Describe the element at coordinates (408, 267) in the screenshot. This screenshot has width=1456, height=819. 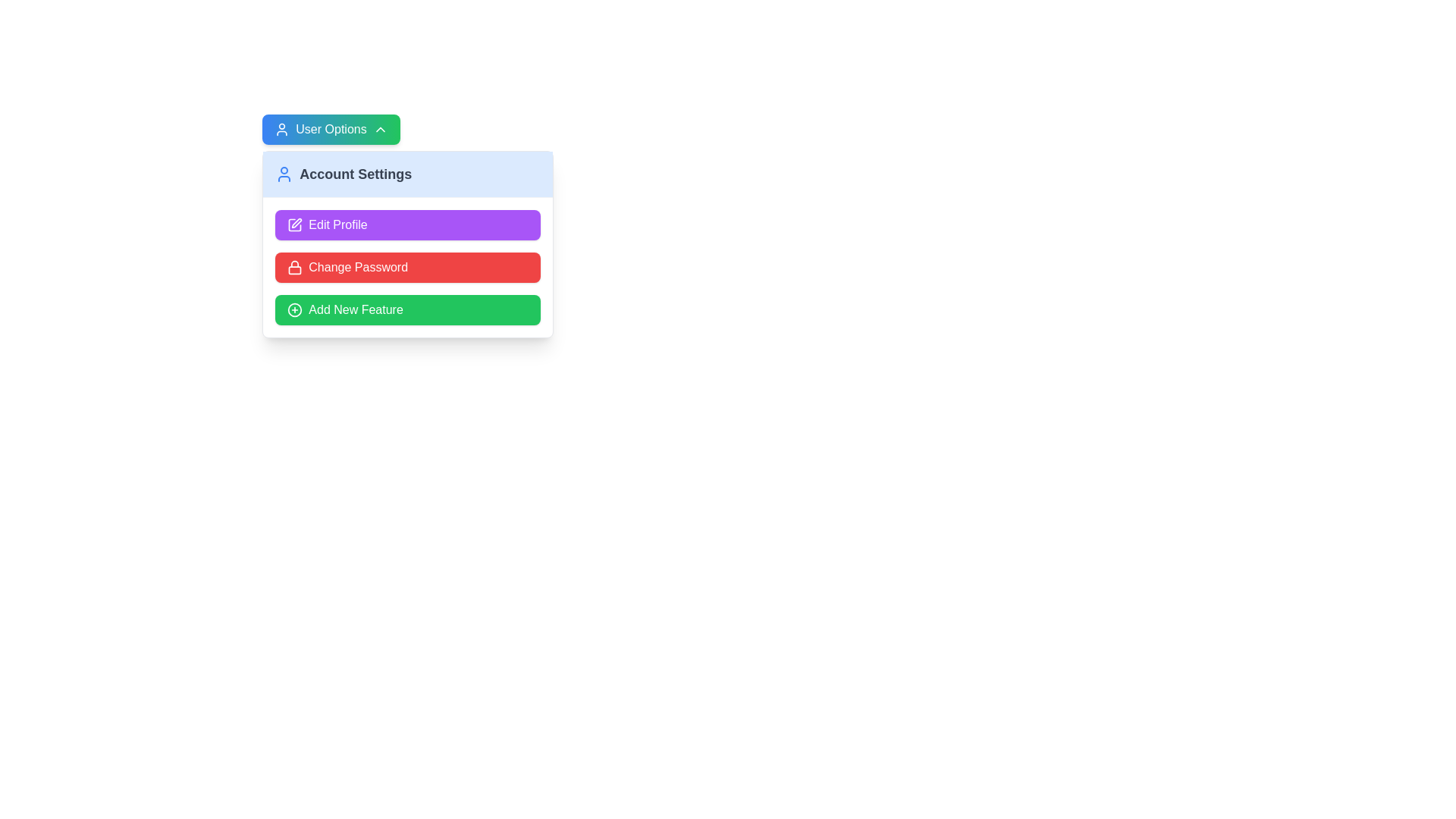
I see `the 'Change Password' button located beneath the 'Edit Profile' button and above the 'Add New Feature' button in the 'Account Settings' section` at that location.